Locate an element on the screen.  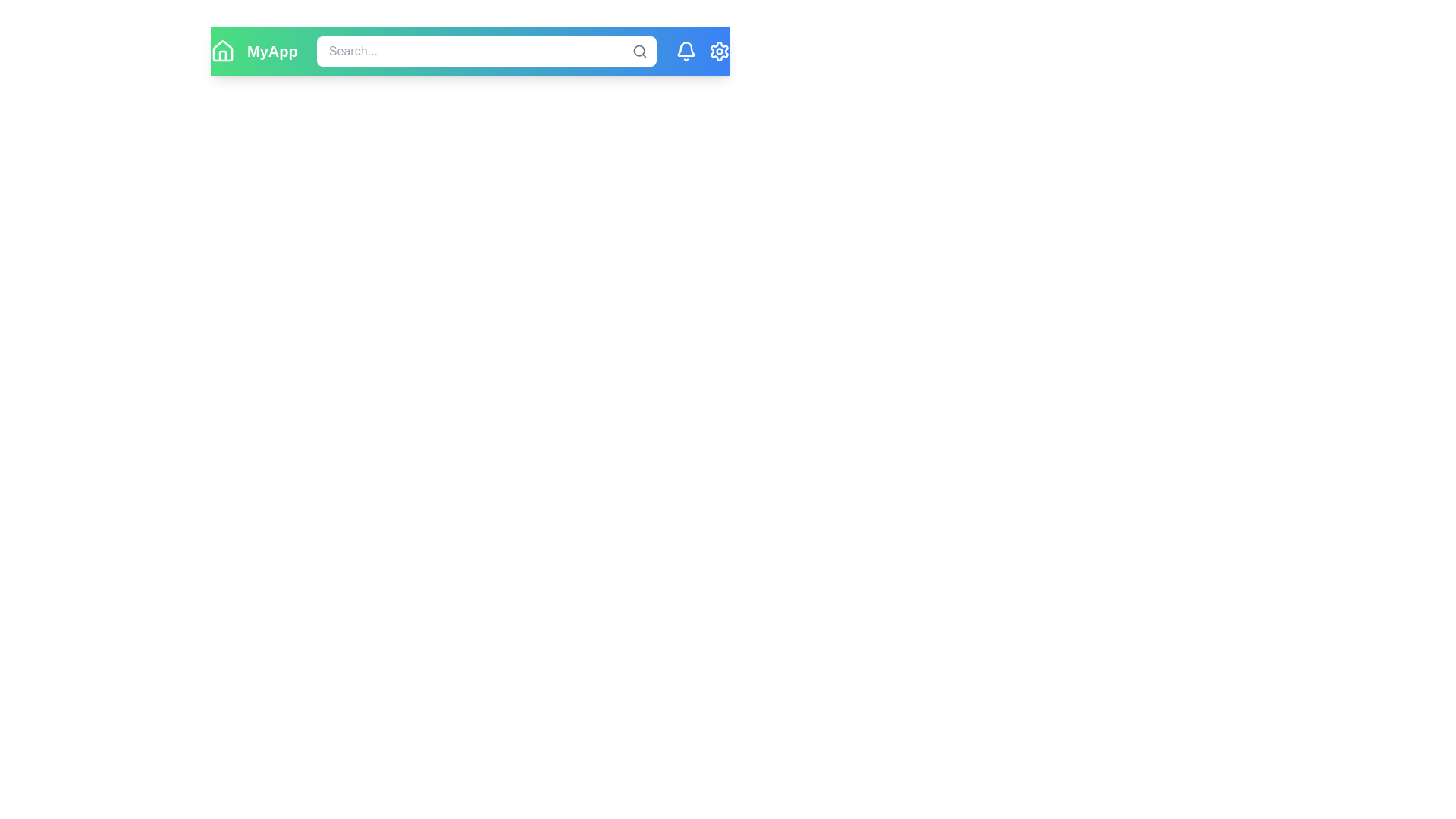
the search icon in the app bar is located at coordinates (639, 51).